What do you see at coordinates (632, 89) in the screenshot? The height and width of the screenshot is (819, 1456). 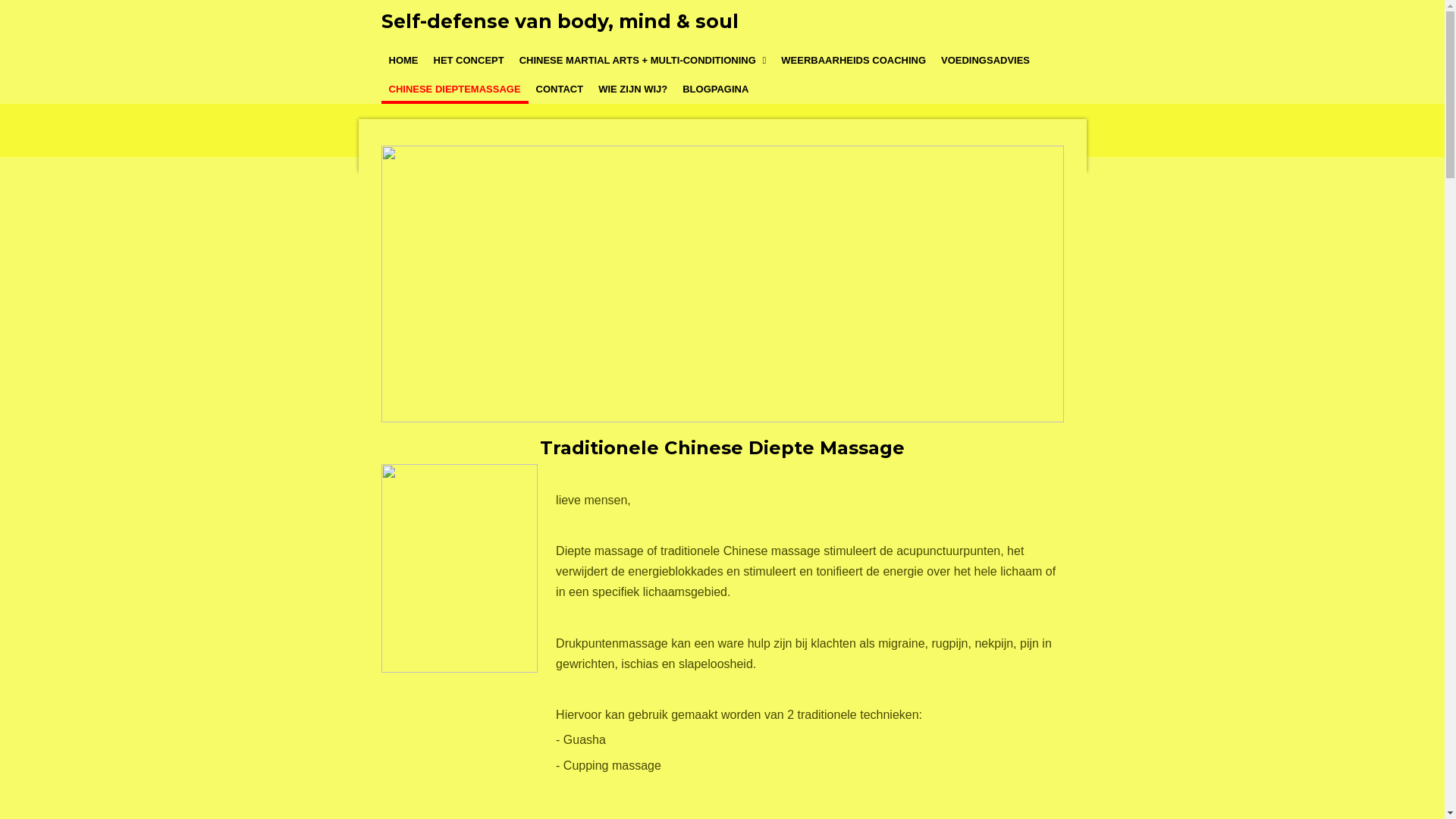 I see `'WIE ZIJN WIJ?'` at bounding box center [632, 89].